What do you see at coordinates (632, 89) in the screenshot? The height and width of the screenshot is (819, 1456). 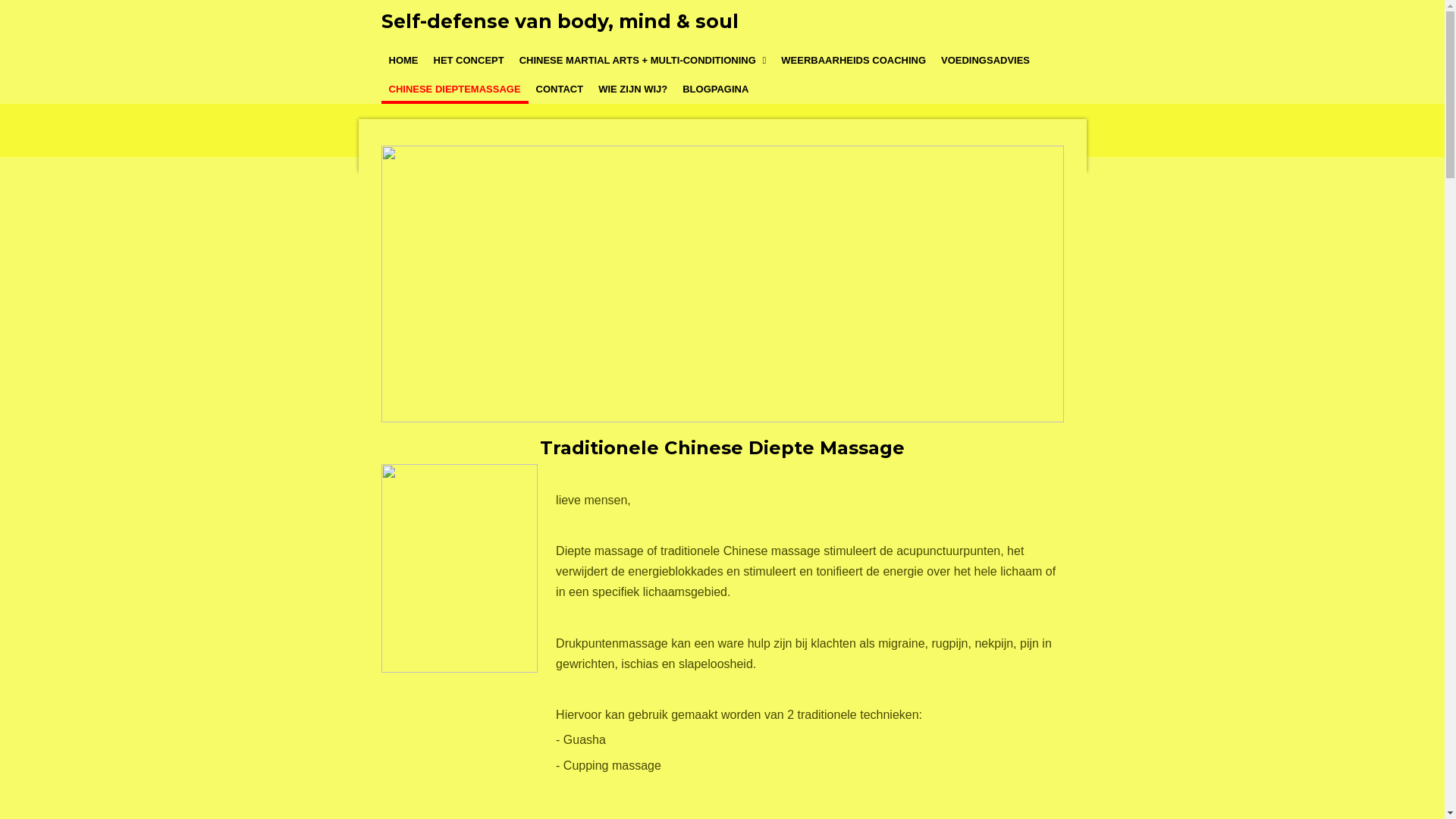 I see `'WIE ZIJN WIJ?'` at bounding box center [632, 89].